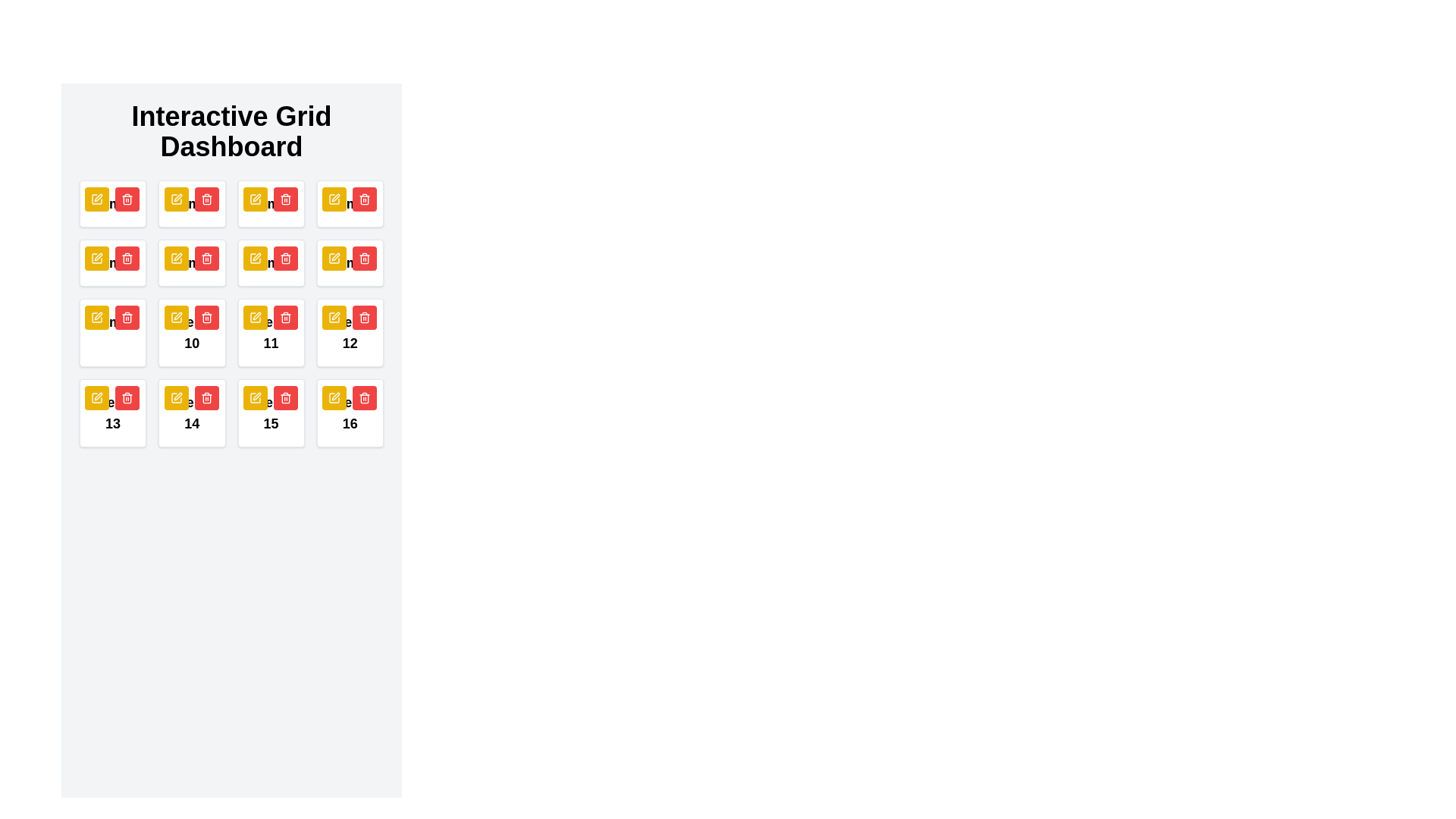 The height and width of the screenshot is (819, 1456). Describe the element at coordinates (255, 198) in the screenshot. I see `the Edit icon` at that location.